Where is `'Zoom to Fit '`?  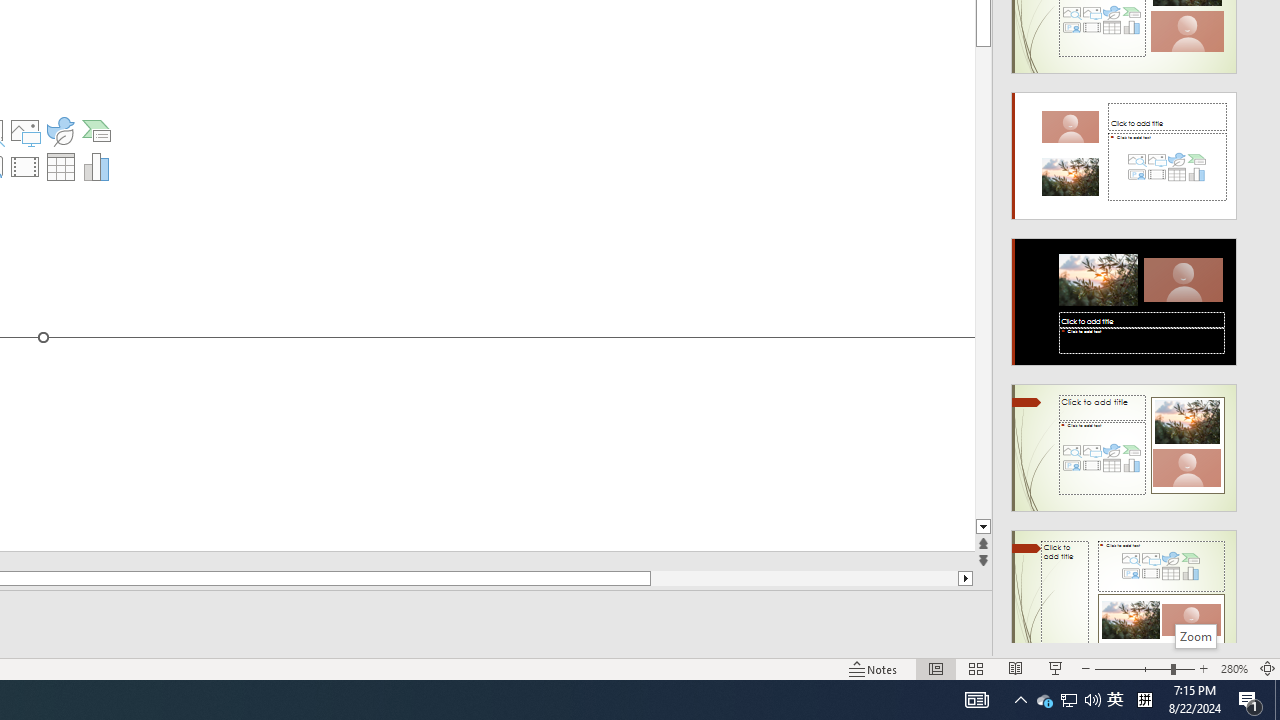
'Zoom to Fit ' is located at coordinates (1266, 669).